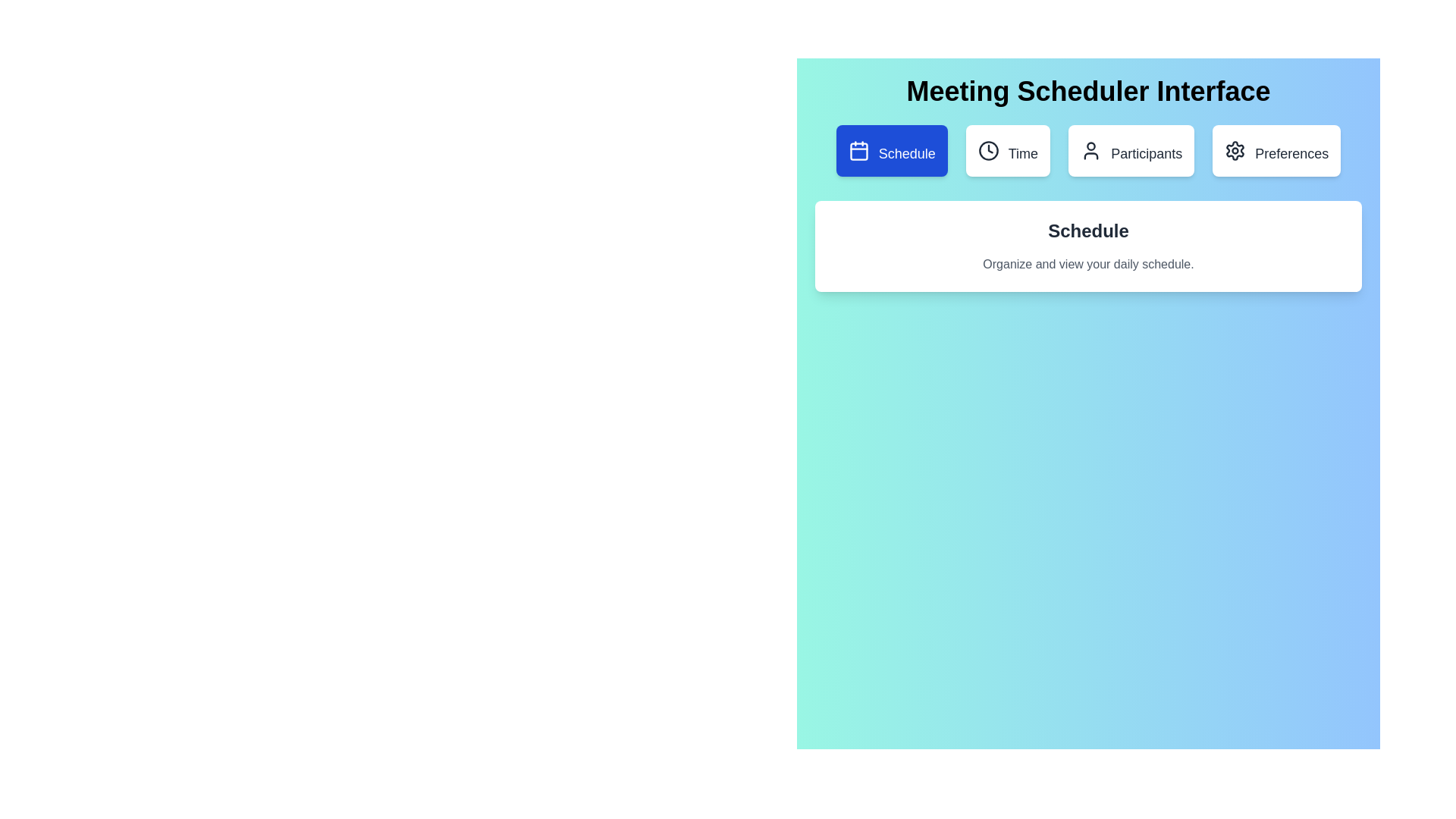 The image size is (1456, 819). Describe the element at coordinates (907, 154) in the screenshot. I see `text label for the 'Schedule' button, which indicates its purpose to open or interact with scheduling functionalities` at that location.